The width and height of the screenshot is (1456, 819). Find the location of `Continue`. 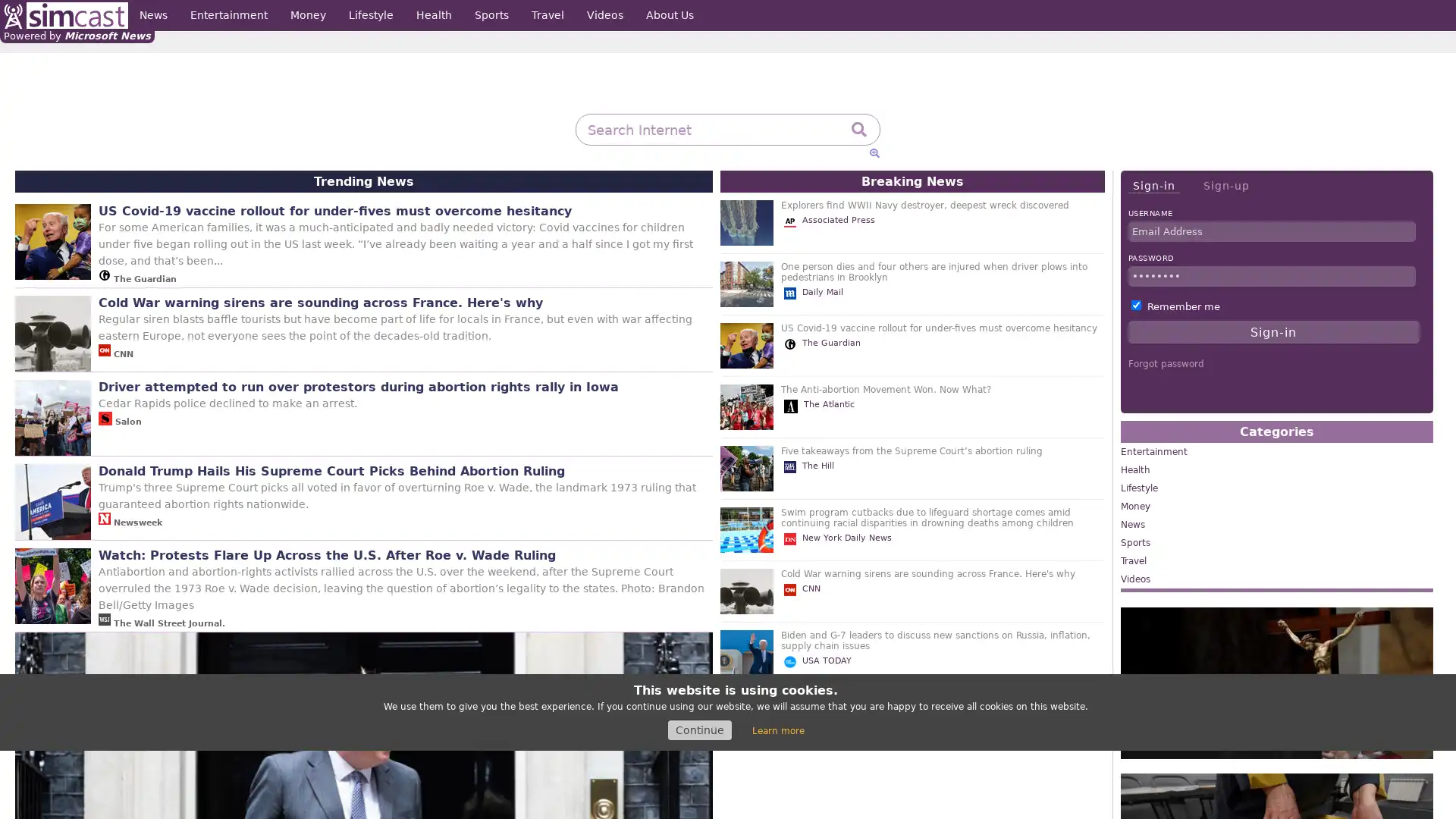

Continue is located at coordinates (698, 730).